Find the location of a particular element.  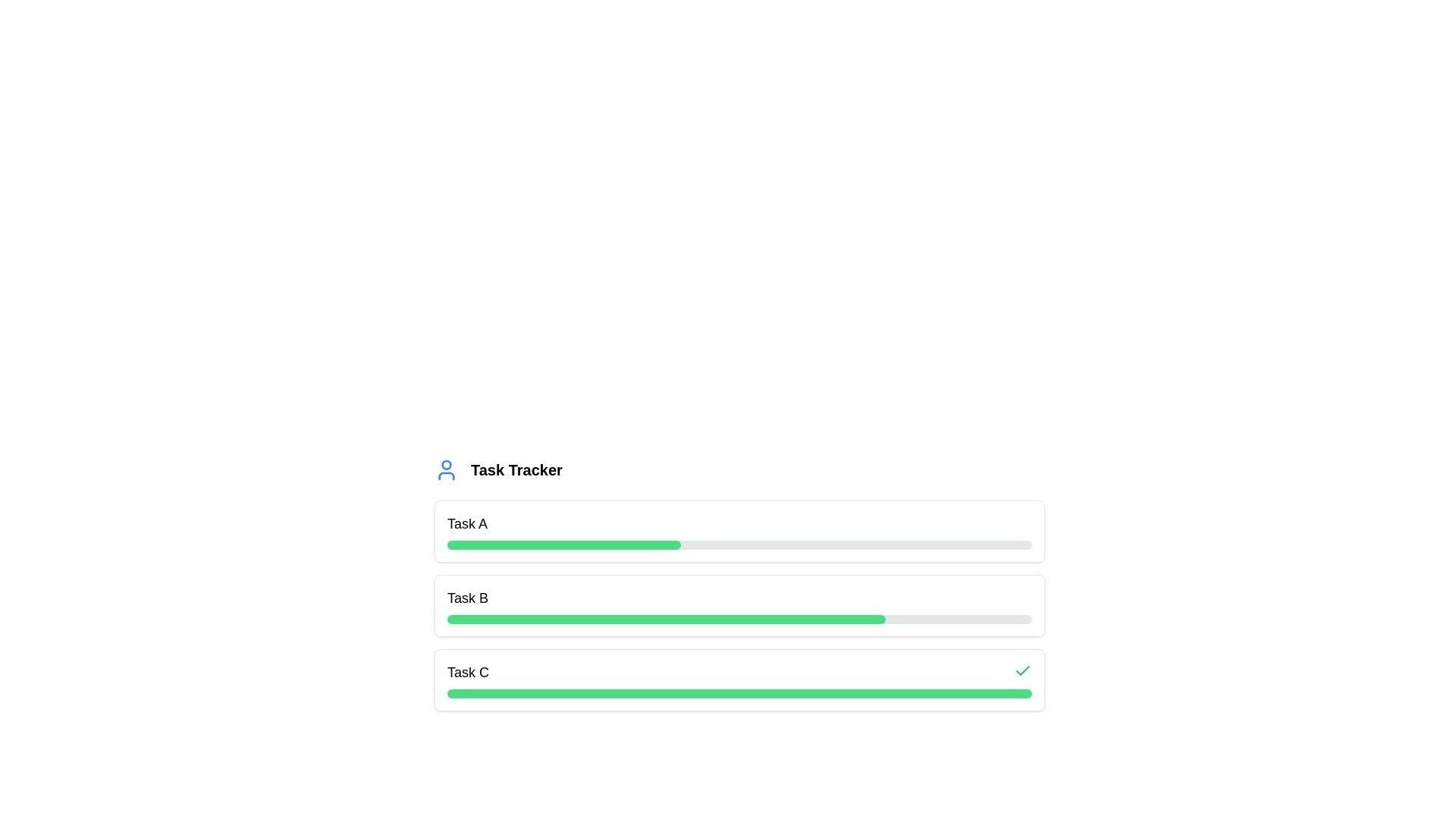

the top circular component of the user icon in the Task Tracker interface is located at coordinates (446, 464).